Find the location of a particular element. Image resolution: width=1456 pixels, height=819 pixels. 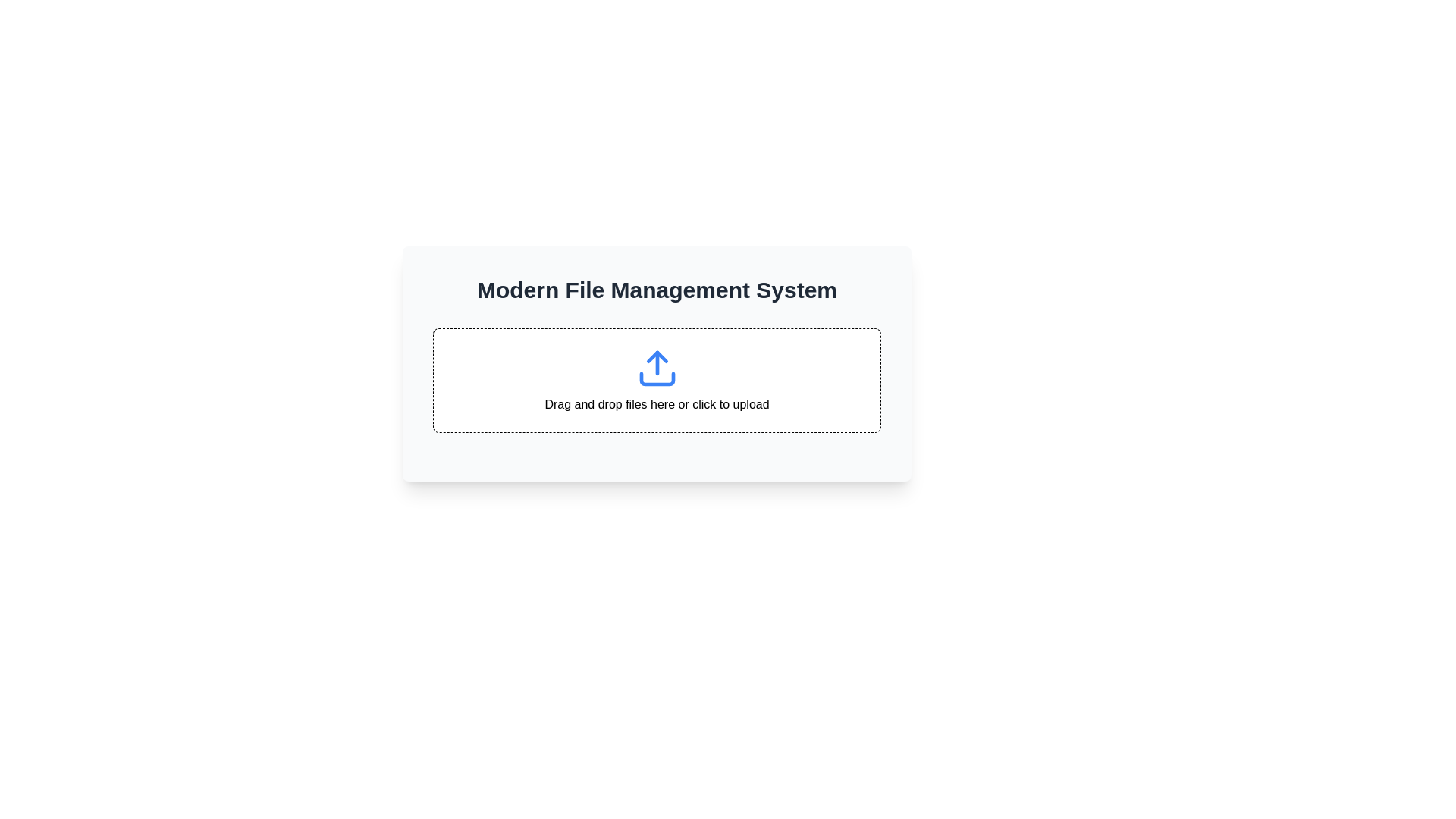

the triangular arrow icon that indicates the upload action, which is centrally aligned in the interface and part of the dotted rectangular box labeled 'Drag and drop files here or click to upload.' is located at coordinates (657, 356).